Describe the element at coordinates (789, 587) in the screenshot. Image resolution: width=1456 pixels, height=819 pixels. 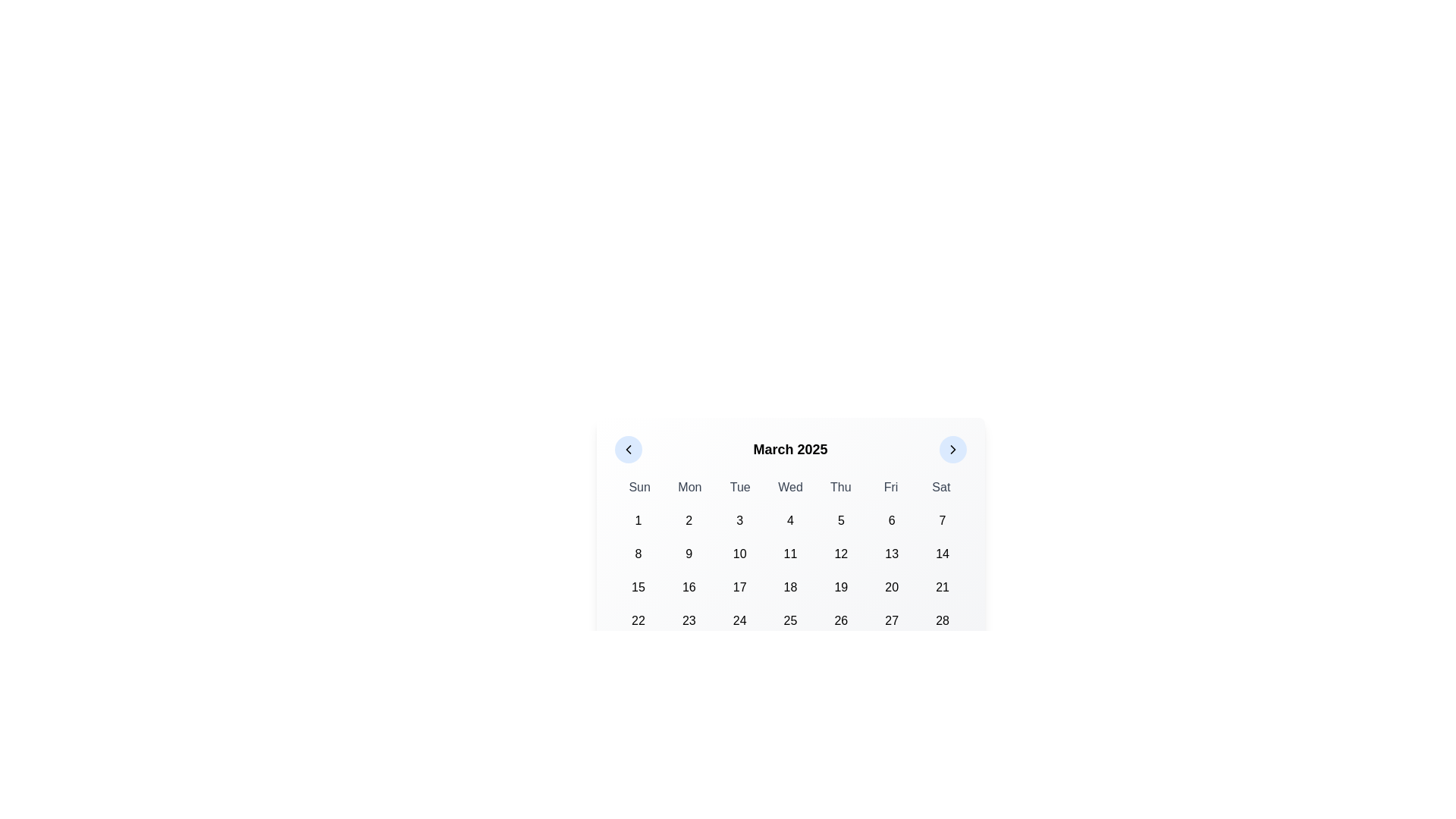
I see `the square button displaying the number '18' in the calendar grid` at that location.